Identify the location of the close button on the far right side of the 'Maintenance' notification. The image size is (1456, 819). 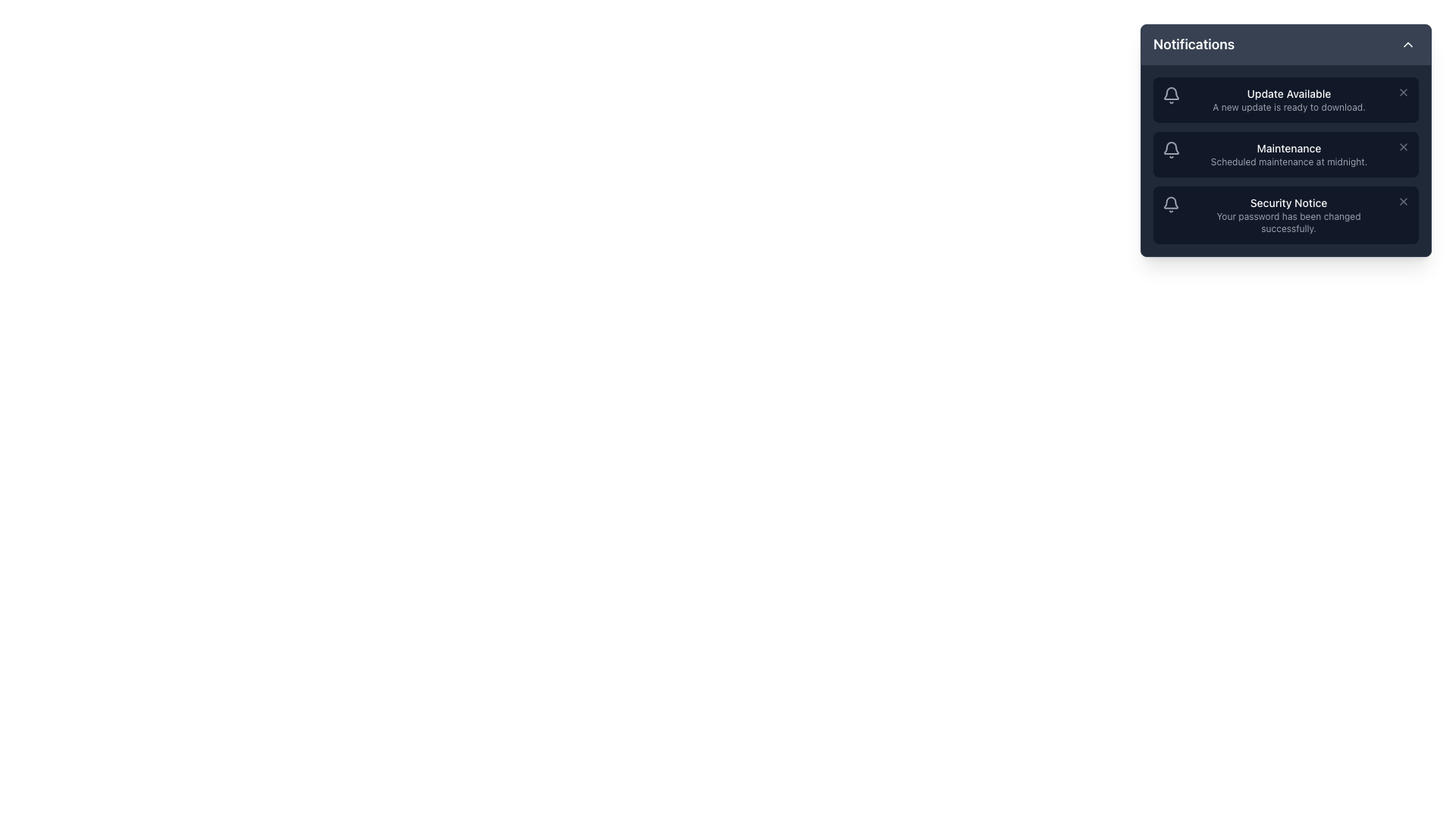
(1403, 146).